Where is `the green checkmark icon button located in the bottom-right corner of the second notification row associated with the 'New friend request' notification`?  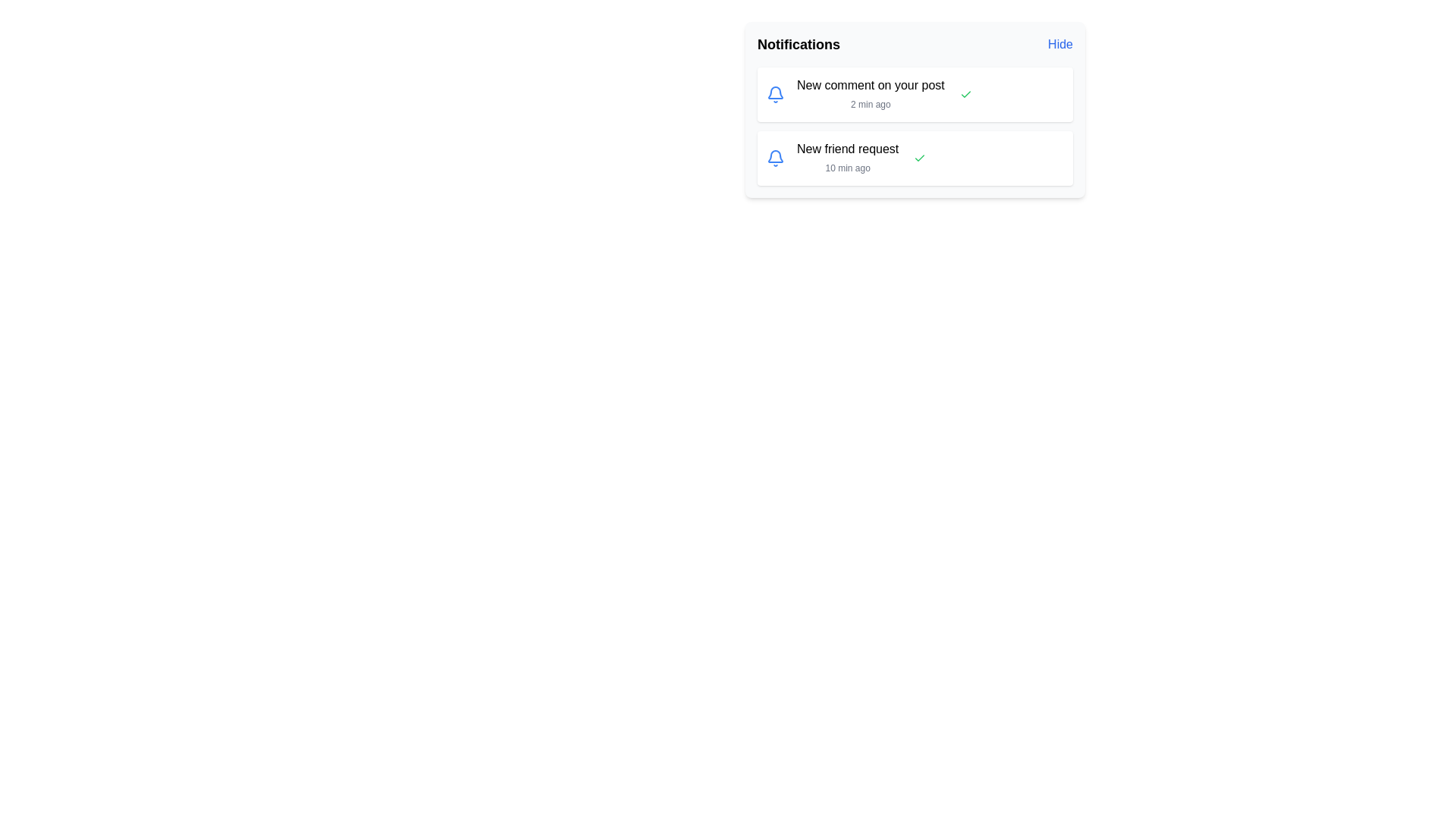 the green checkmark icon button located in the bottom-right corner of the second notification row associated with the 'New friend request' notification is located at coordinates (919, 158).